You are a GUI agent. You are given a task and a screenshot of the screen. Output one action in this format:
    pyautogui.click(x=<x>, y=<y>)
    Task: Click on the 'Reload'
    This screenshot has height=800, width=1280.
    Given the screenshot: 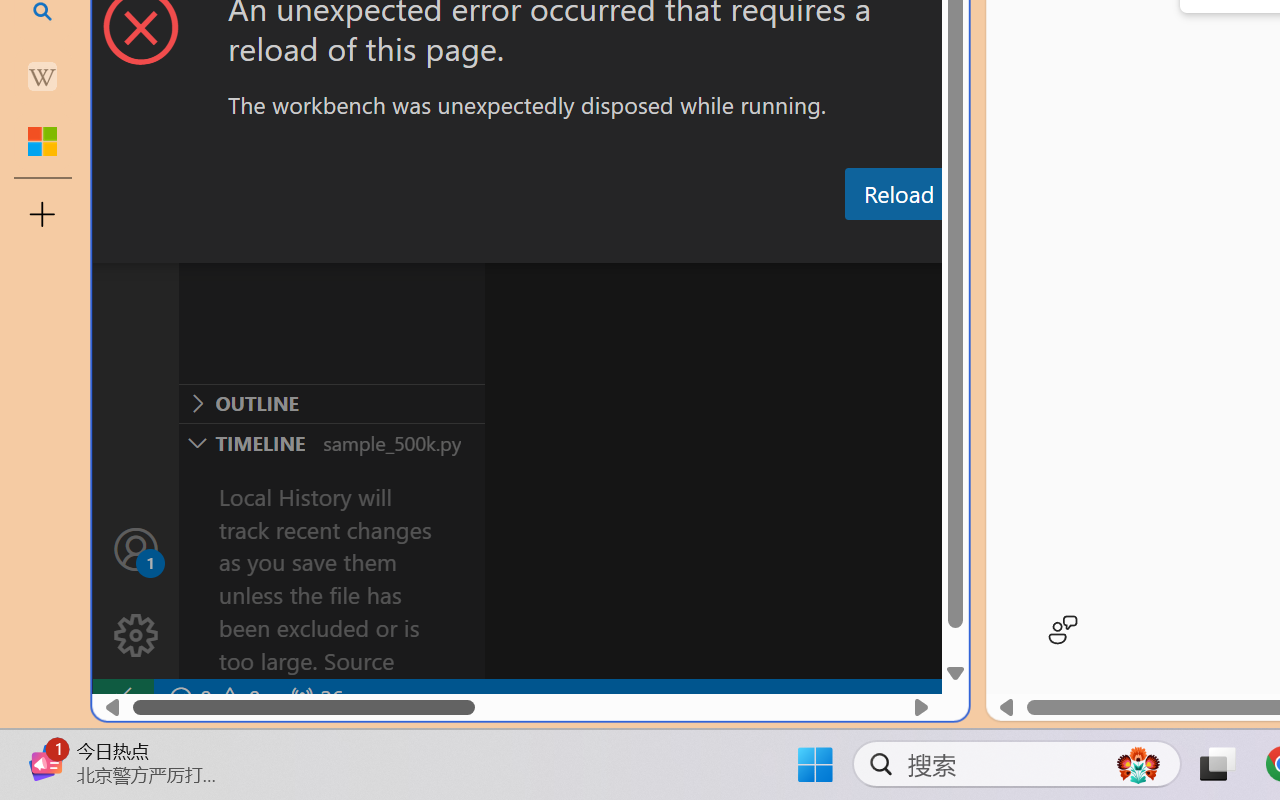 What is the action you would take?
    pyautogui.click(x=897, y=192)
    